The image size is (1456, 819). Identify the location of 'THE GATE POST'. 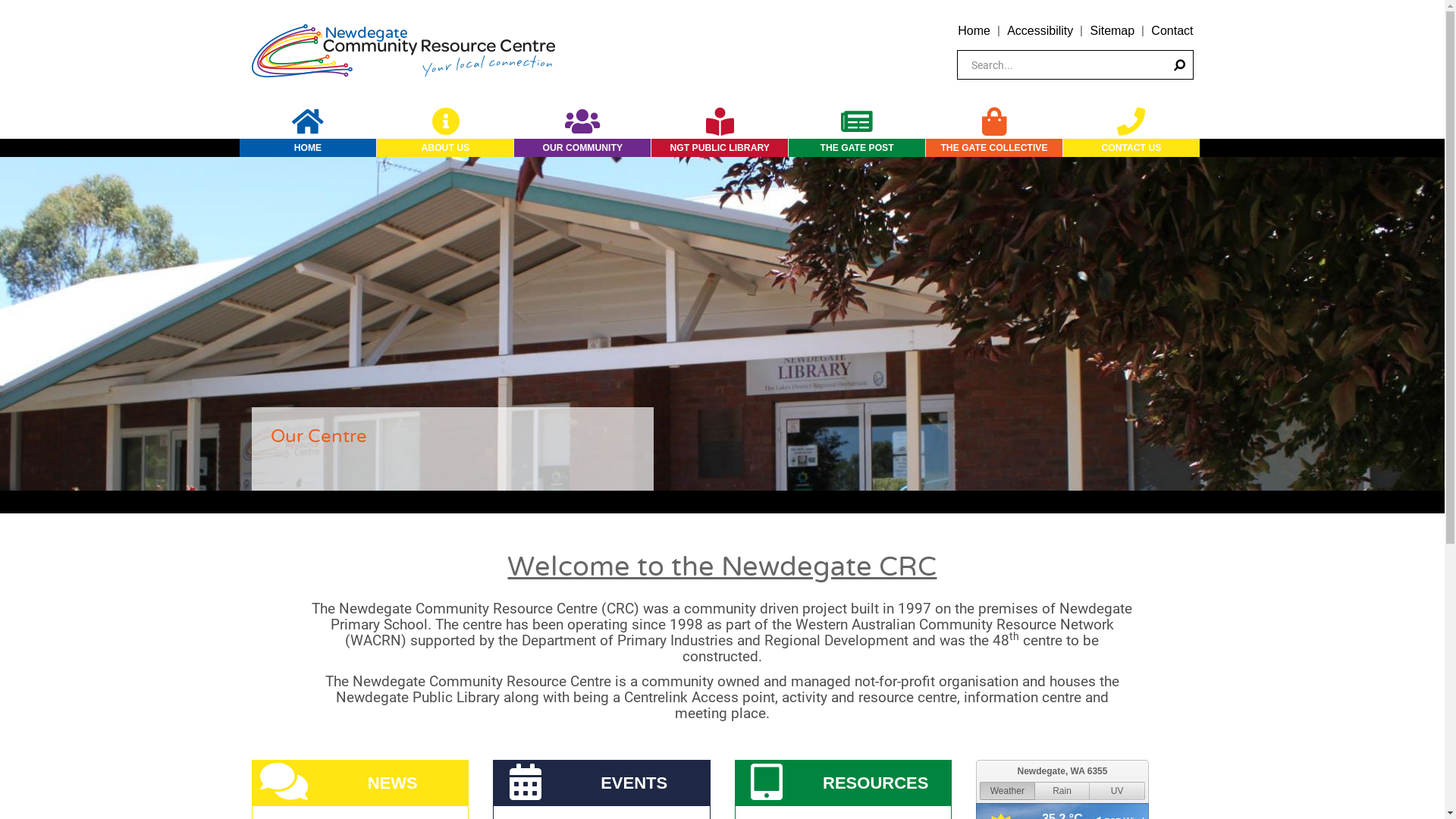
(856, 148).